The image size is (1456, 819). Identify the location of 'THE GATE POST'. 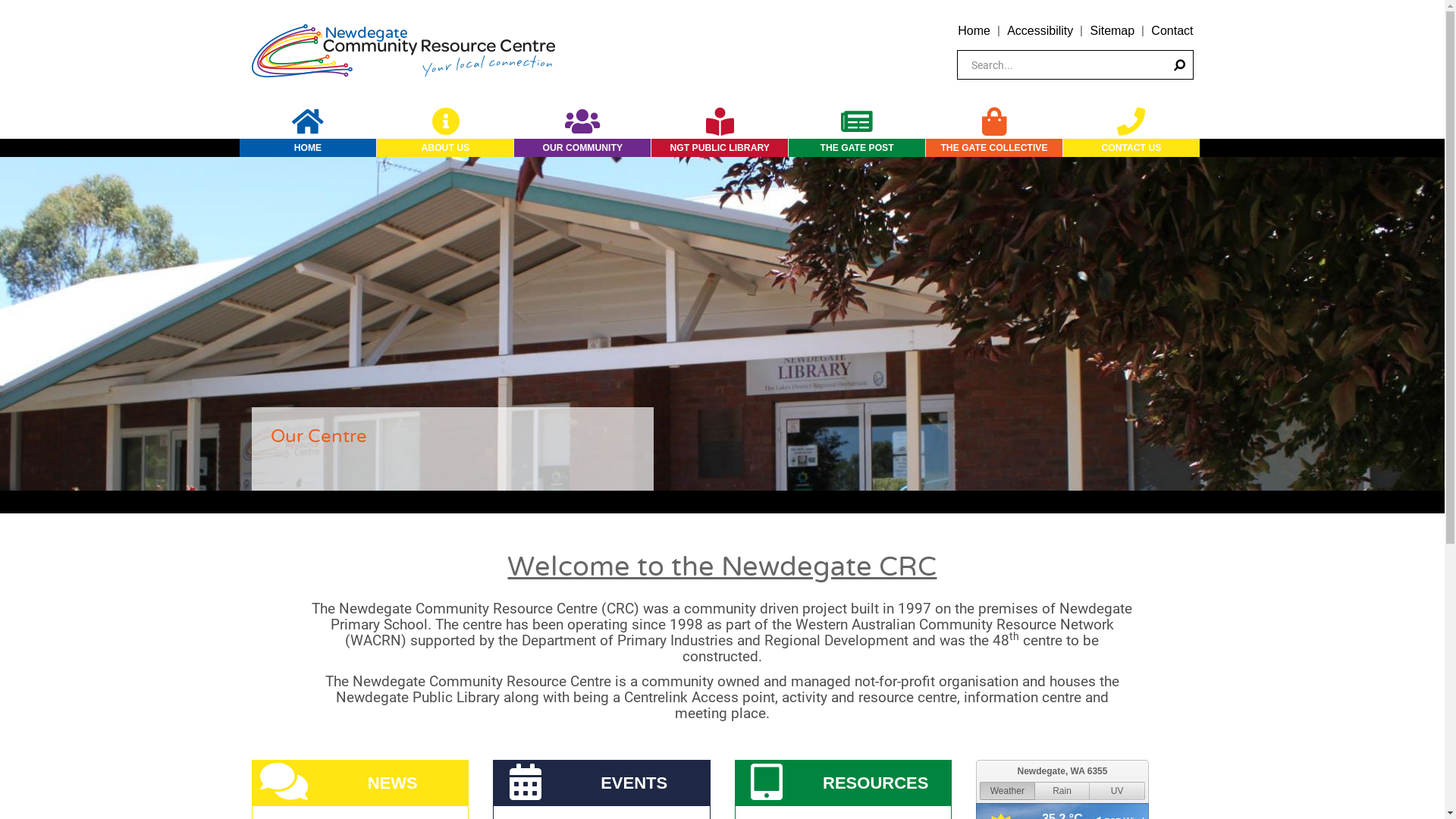
(856, 148).